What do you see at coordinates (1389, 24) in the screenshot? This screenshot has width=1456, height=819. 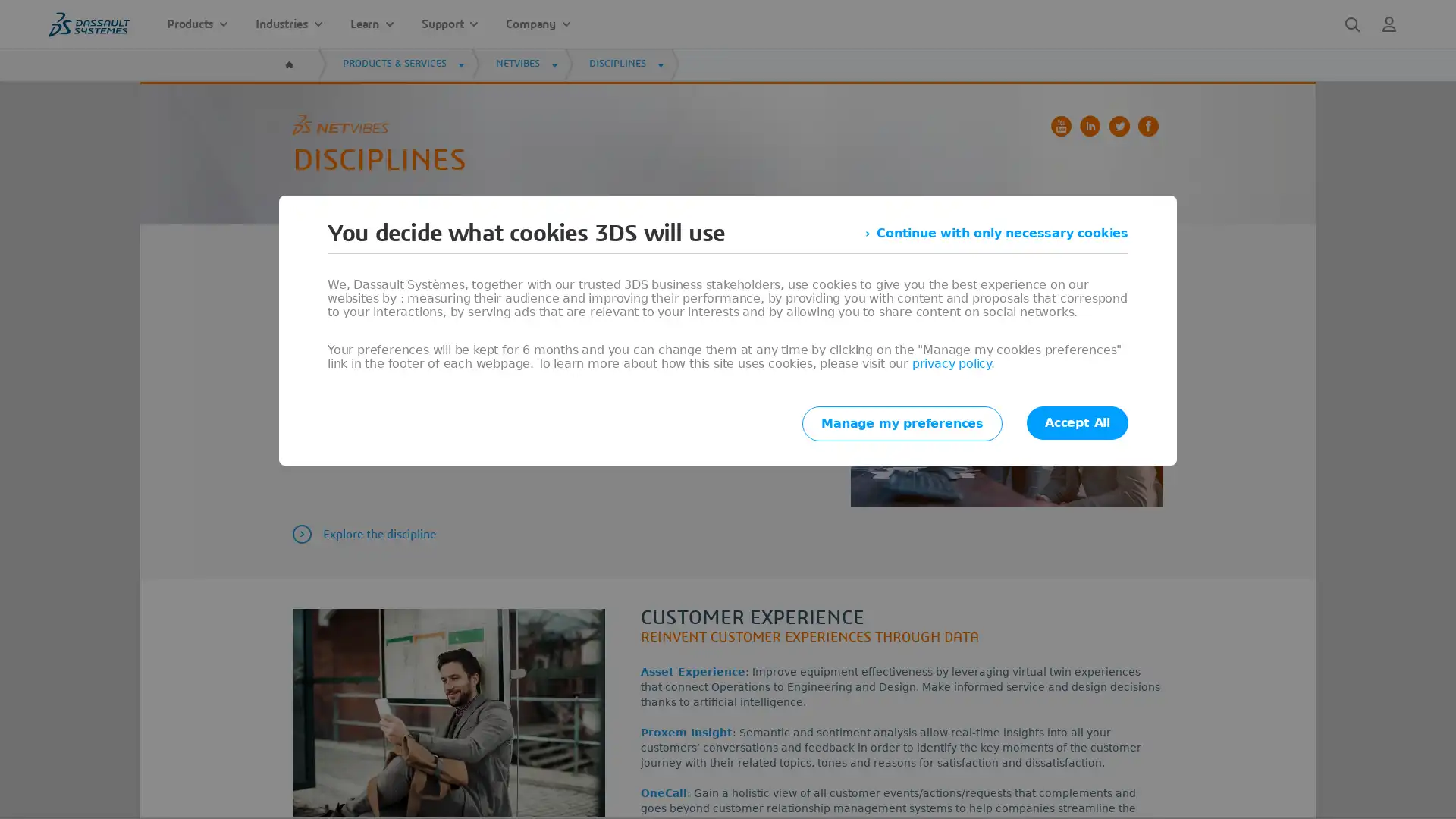 I see `login` at bounding box center [1389, 24].